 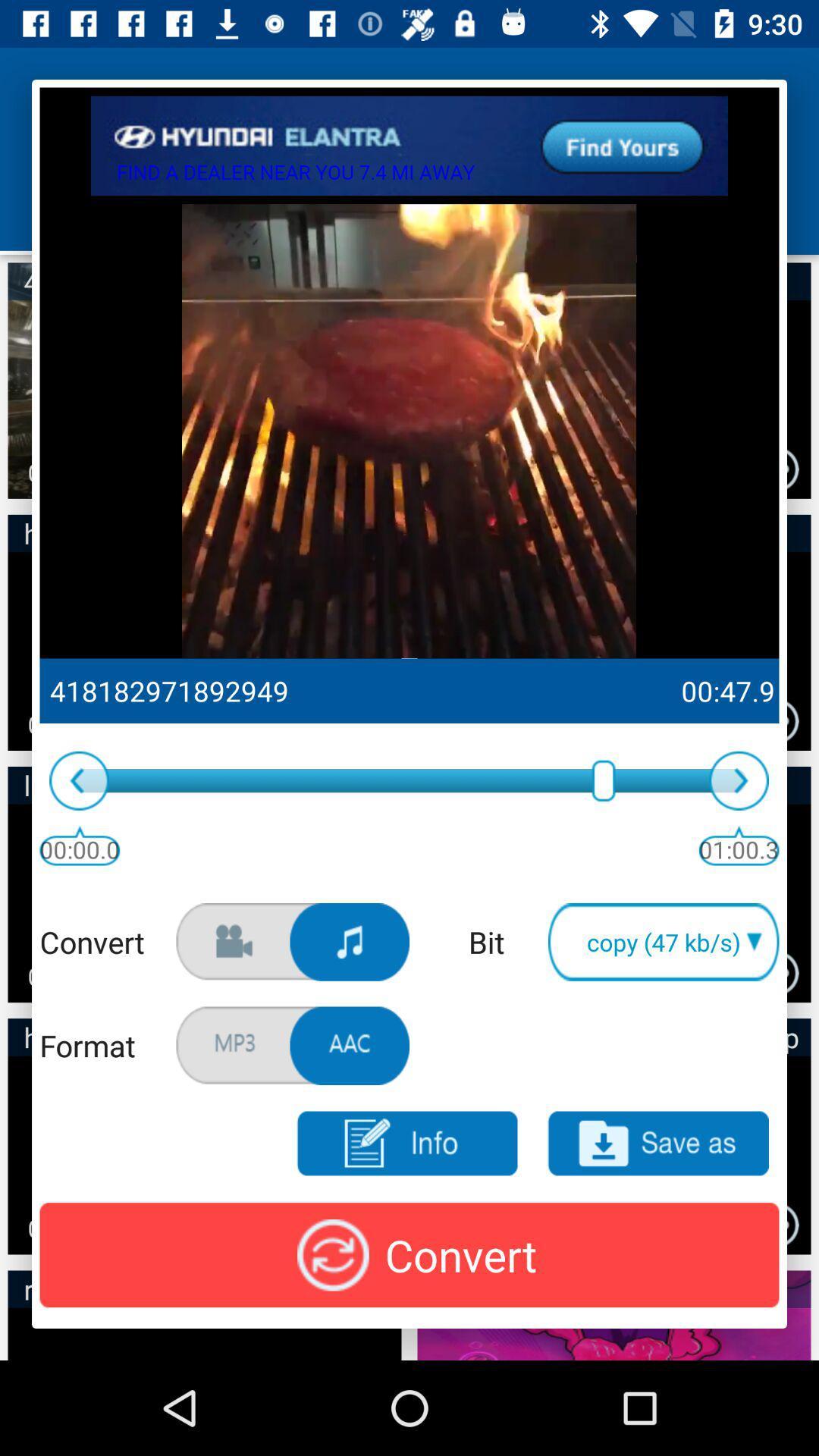 What do you see at coordinates (406, 1144) in the screenshot?
I see `get info` at bounding box center [406, 1144].